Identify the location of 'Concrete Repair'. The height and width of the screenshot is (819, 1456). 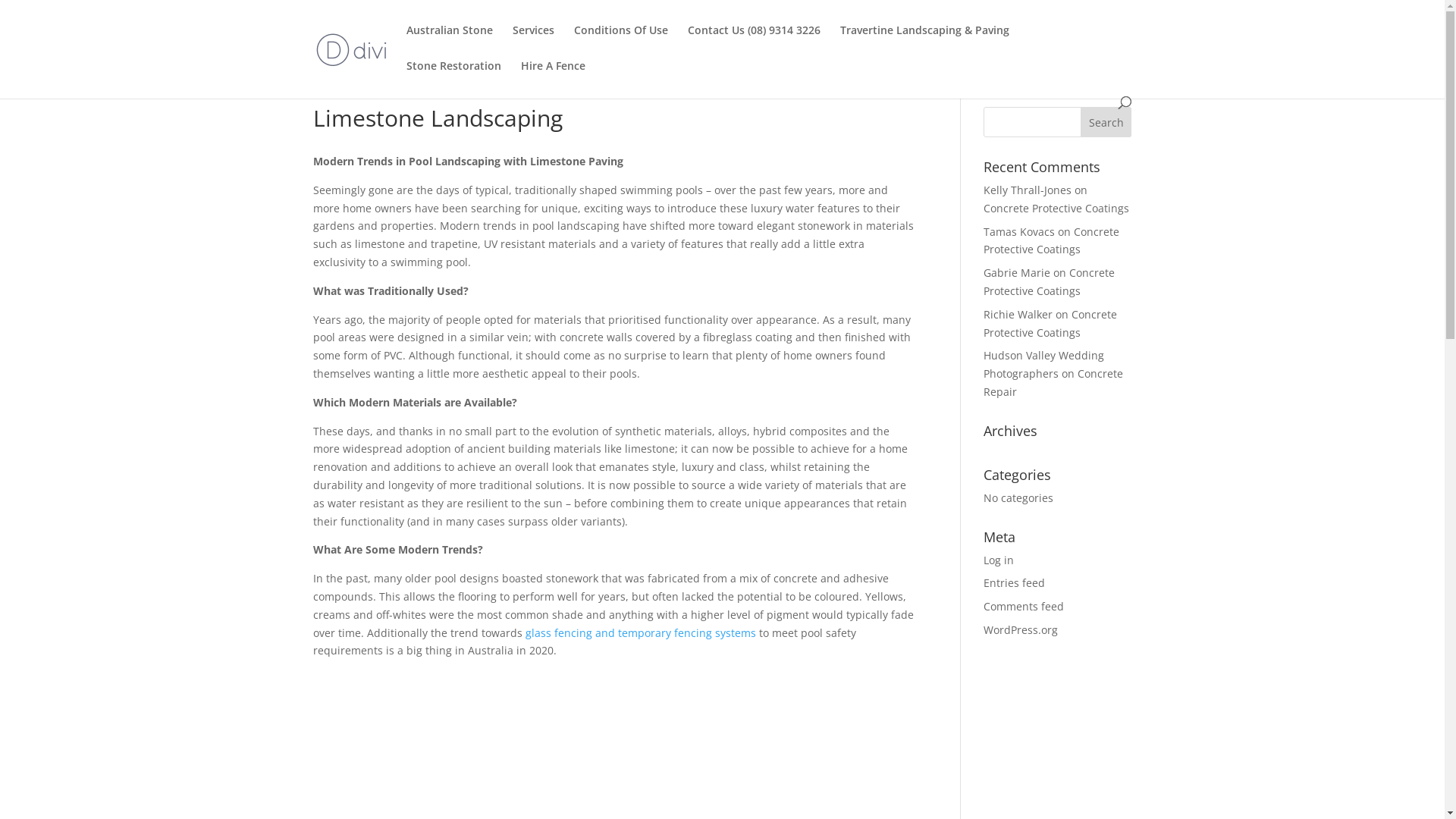
(1052, 381).